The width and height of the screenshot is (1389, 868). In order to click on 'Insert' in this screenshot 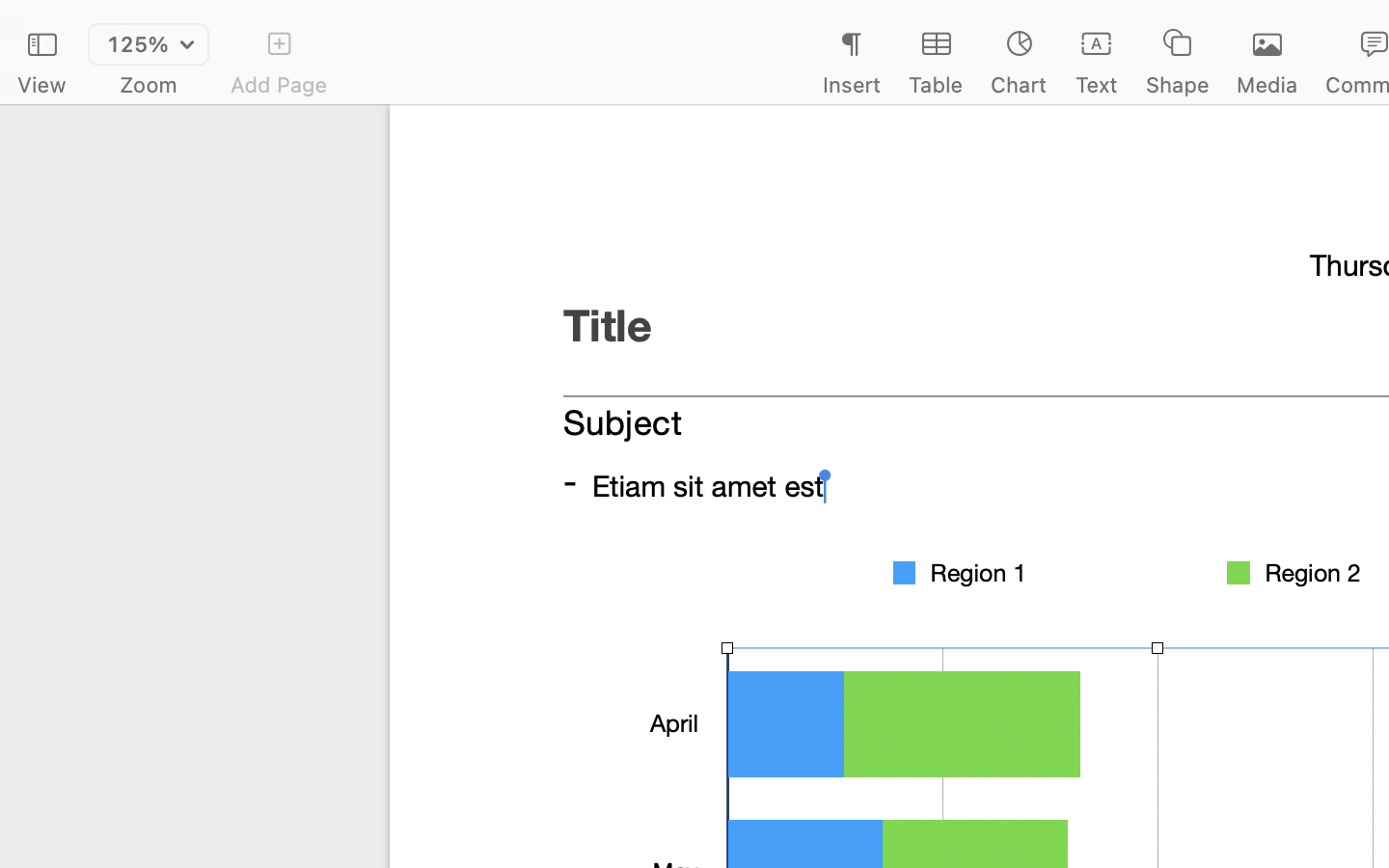, I will do `click(850, 84)`.